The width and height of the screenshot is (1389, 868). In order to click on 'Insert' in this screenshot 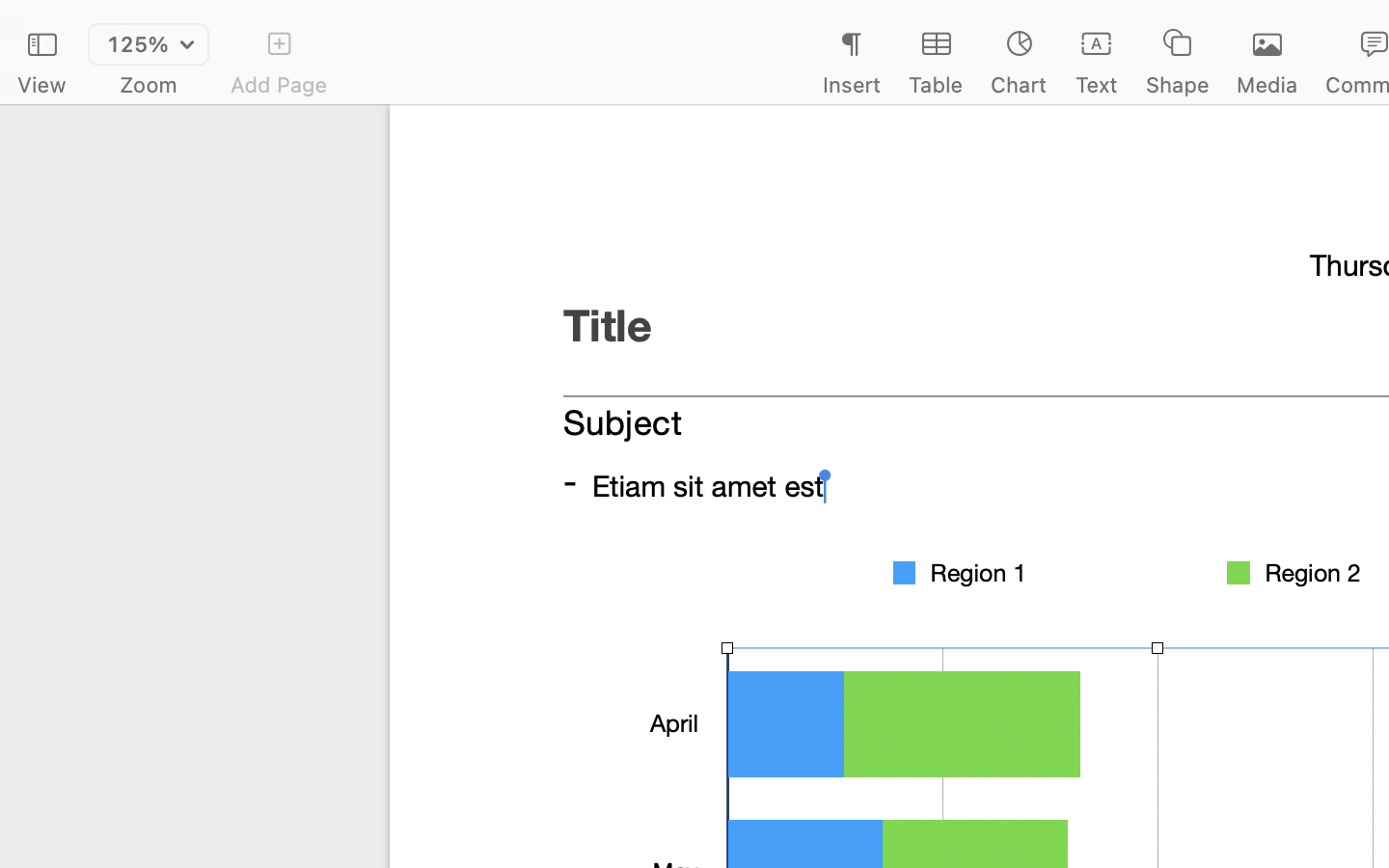, I will do `click(850, 84)`.